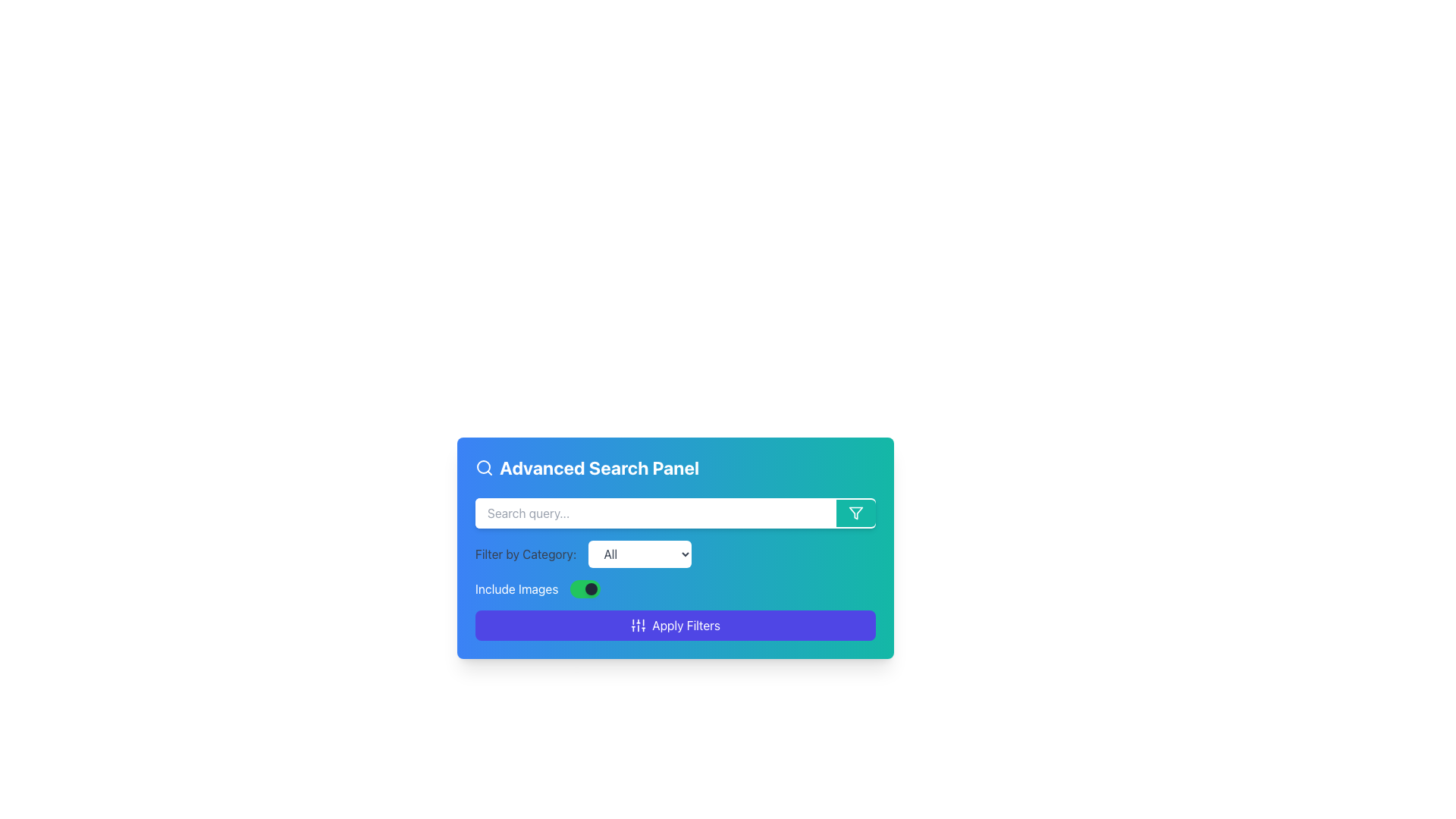  I want to click on the dropdown menu located in the 'Filter by Category:' section, so click(640, 554).